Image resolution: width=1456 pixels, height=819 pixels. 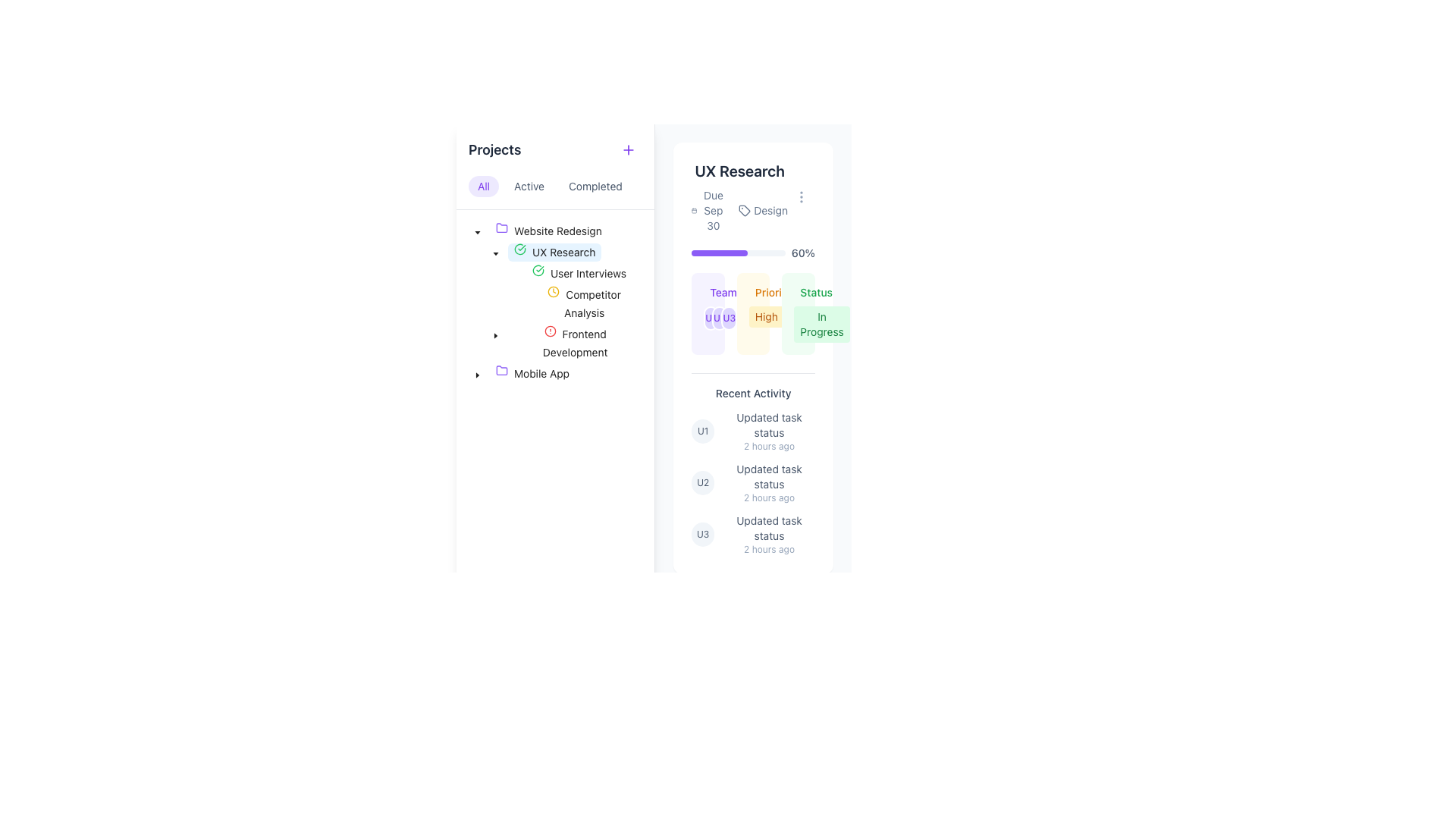 What do you see at coordinates (494, 149) in the screenshot?
I see `the 'Projects' heading text located in the header section of the sidebar` at bounding box center [494, 149].